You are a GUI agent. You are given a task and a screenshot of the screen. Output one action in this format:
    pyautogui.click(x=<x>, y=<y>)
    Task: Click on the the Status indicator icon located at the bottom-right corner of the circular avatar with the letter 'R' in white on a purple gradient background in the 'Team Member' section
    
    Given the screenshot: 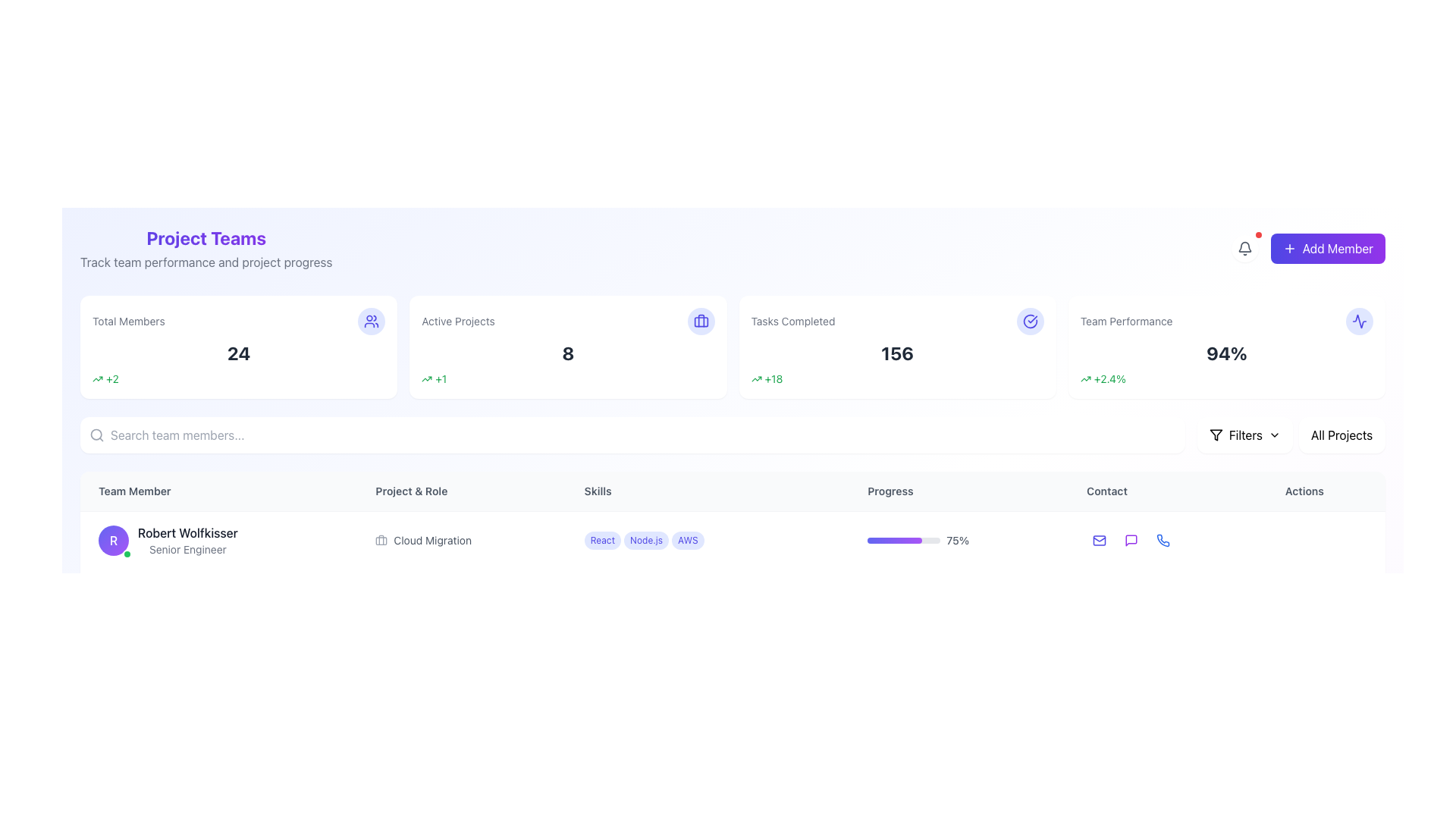 What is the action you would take?
    pyautogui.click(x=127, y=554)
    